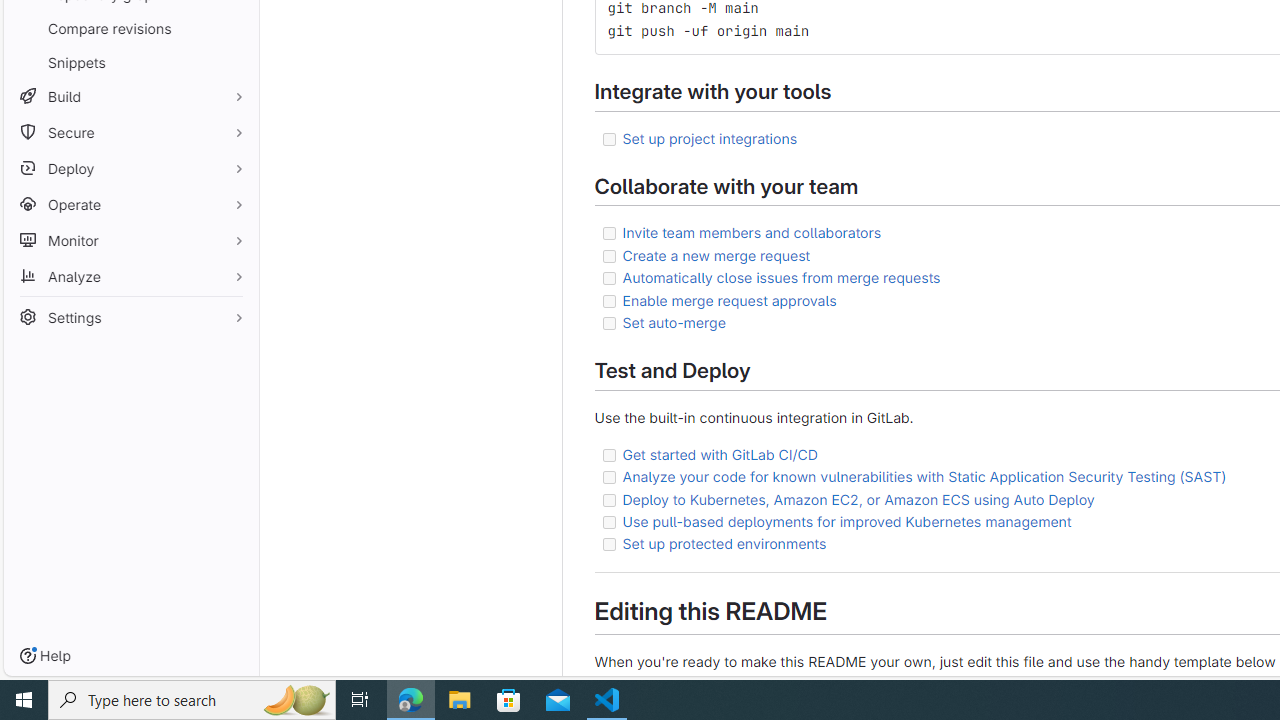  Describe the element at coordinates (130, 28) in the screenshot. I see `'Compare revisions'` at that location.